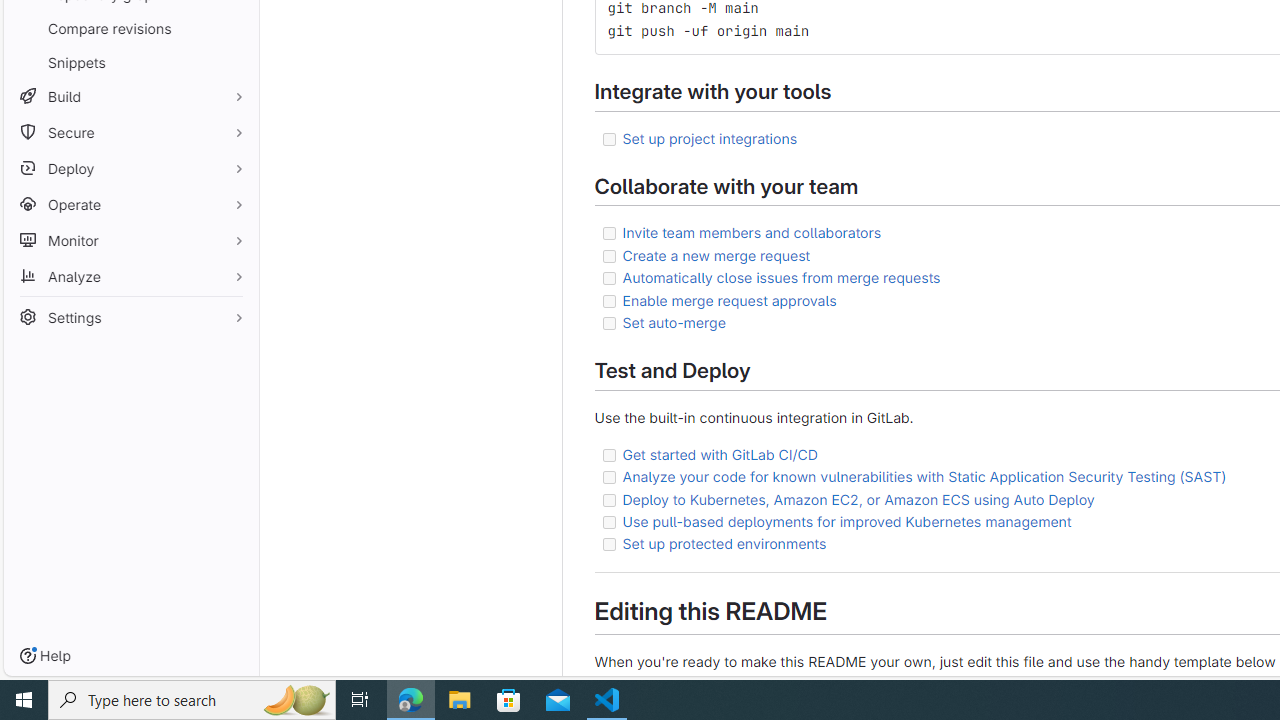  Describe the element at coordinates (130, 28) in the screenshot. I see `'Compare revisions'` at that location.